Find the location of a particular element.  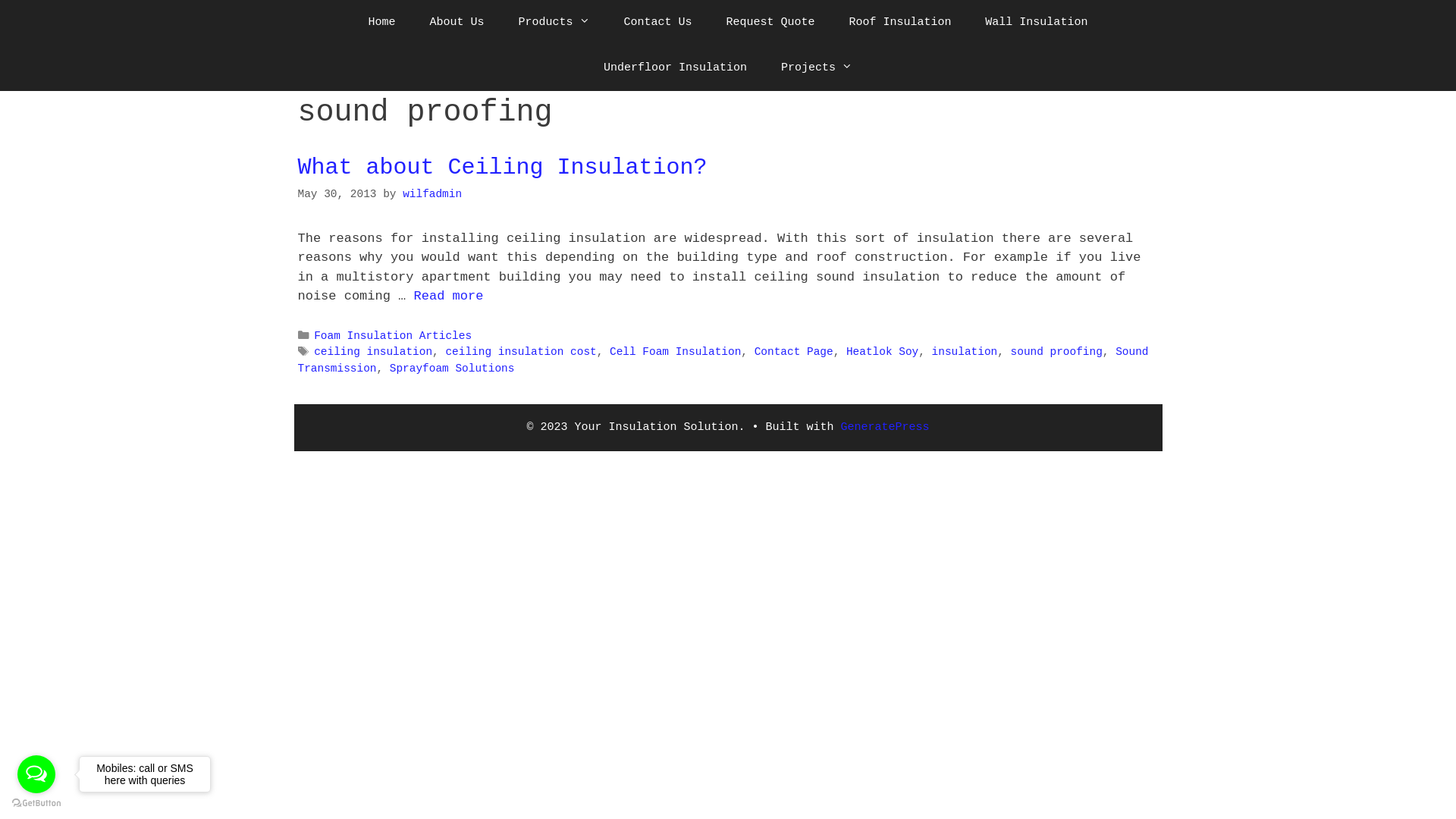

'Sound Transmission' is located at coordinates (722, 359).